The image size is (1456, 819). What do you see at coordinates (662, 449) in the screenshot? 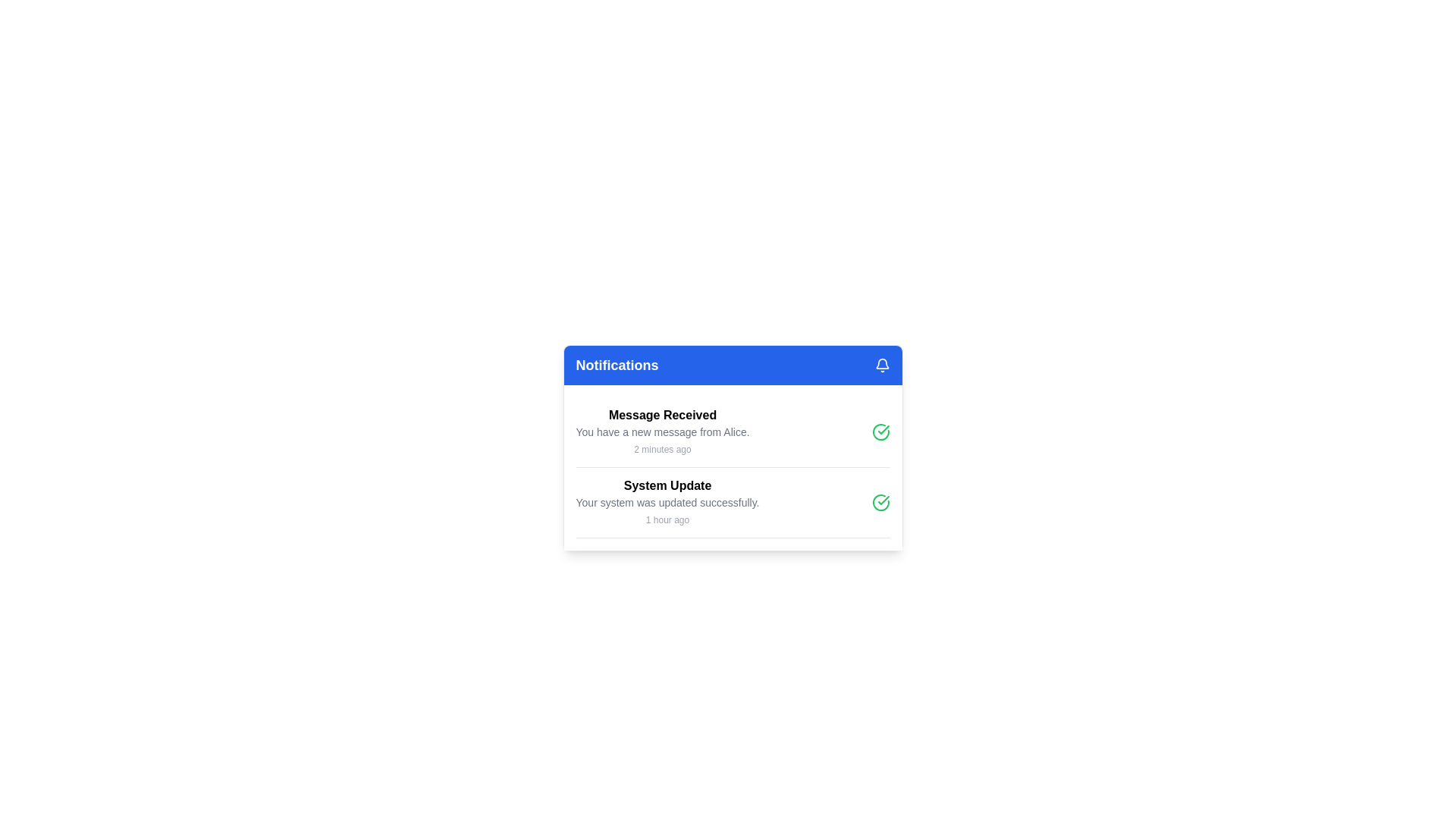
I see `the text label that reads '2 minutes ago', which is styled with gray color and located below the notification message 'Message Received'` at bounding box center [662, 449].